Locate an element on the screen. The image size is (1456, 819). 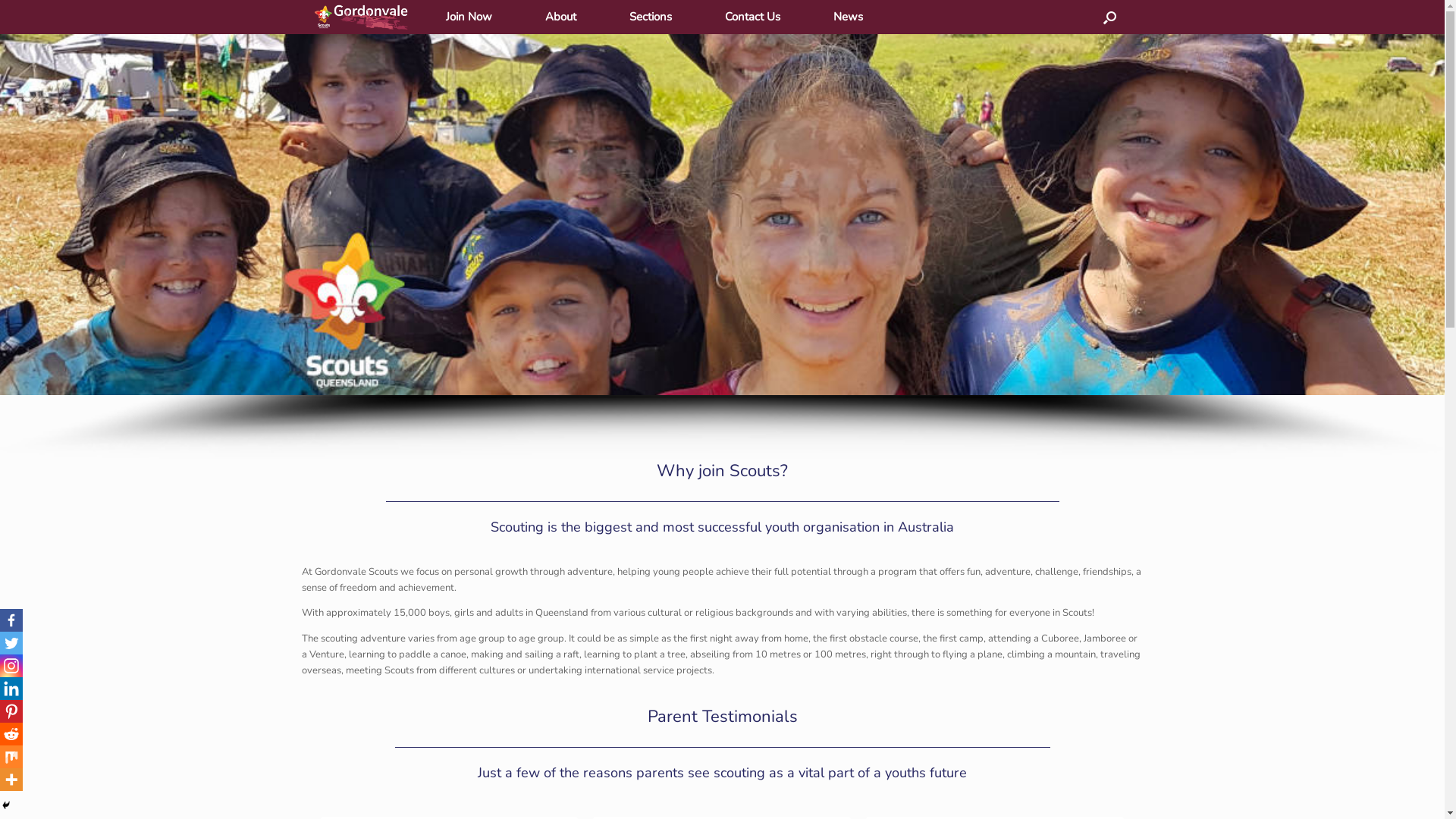
'Hide' is located at coordinates (6, 804).